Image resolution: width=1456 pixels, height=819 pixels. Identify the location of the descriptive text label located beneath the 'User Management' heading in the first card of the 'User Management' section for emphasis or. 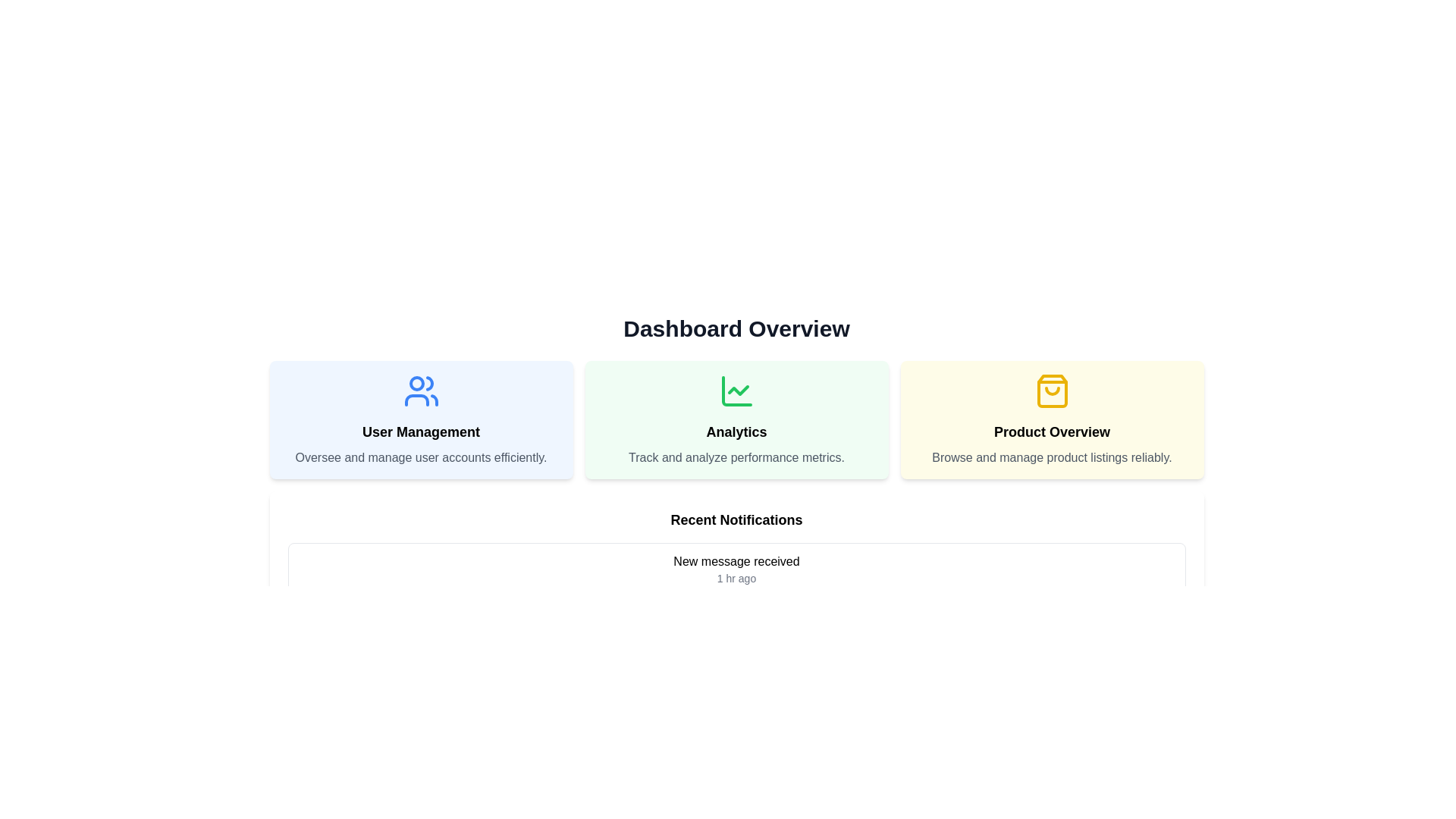
(421, 457).